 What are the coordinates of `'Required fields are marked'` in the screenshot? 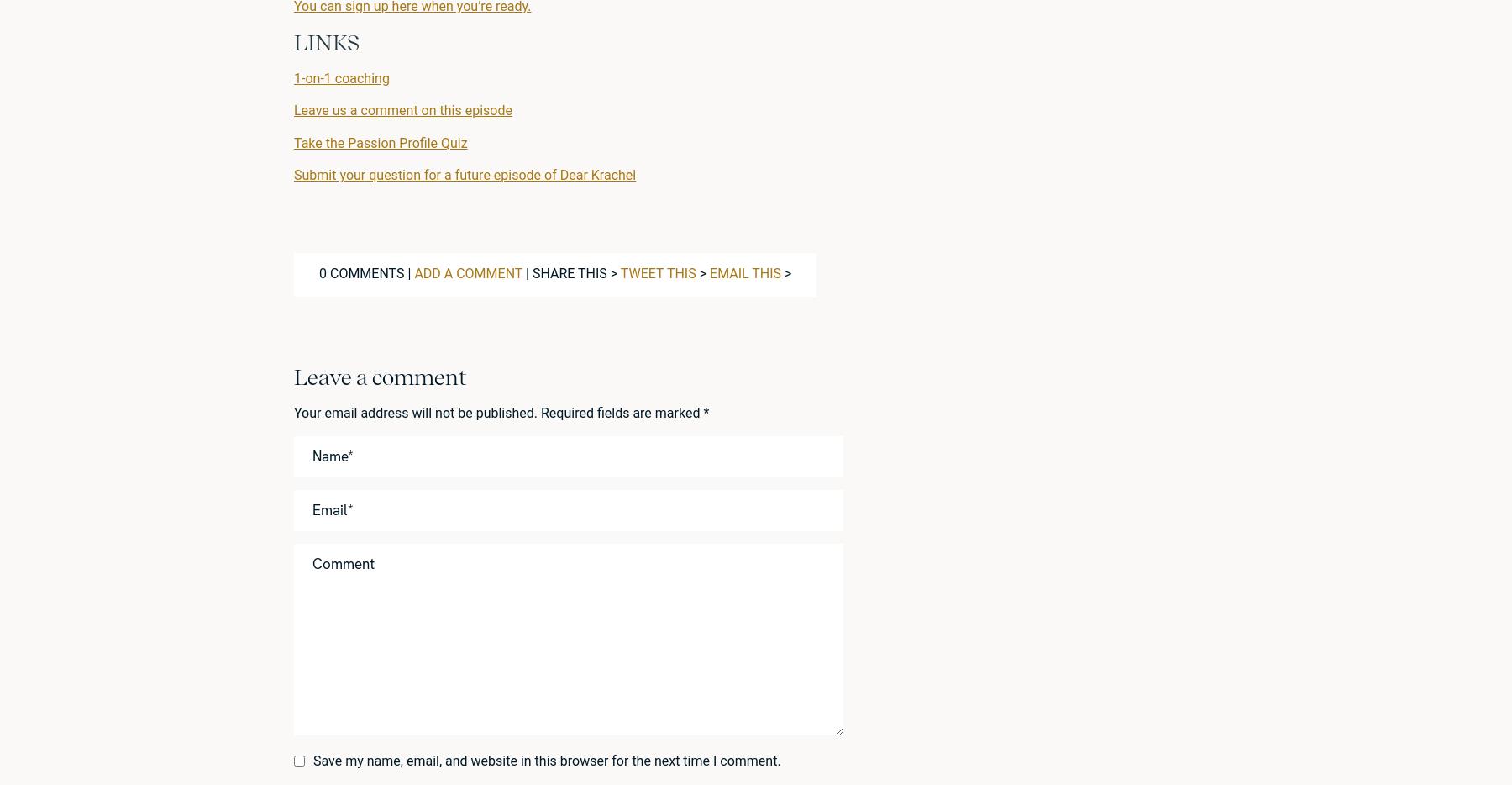 It's located at (621, 412).